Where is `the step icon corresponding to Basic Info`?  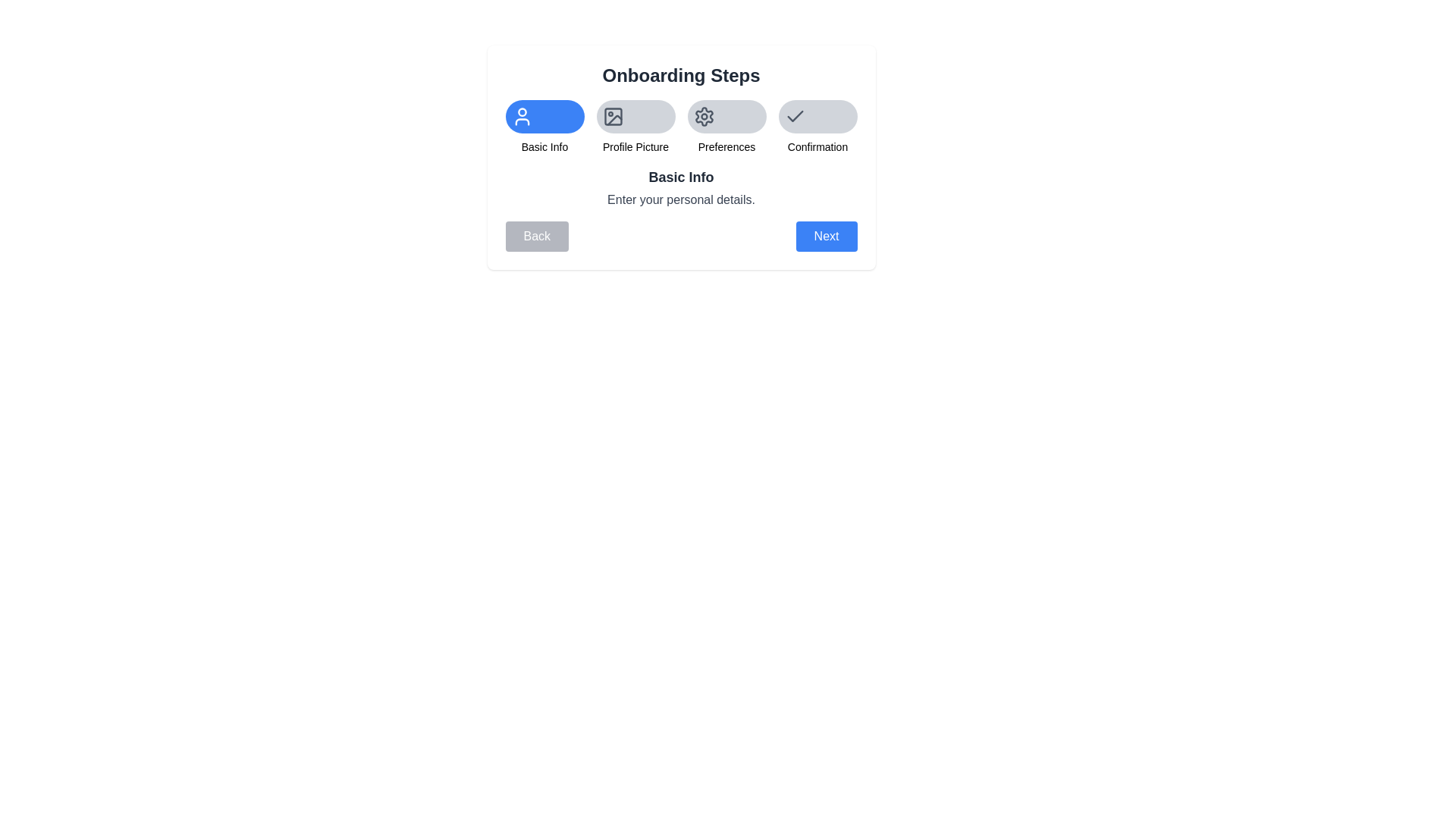 the step icon corresponding to Basic Info is located at coordinates (544, 116).